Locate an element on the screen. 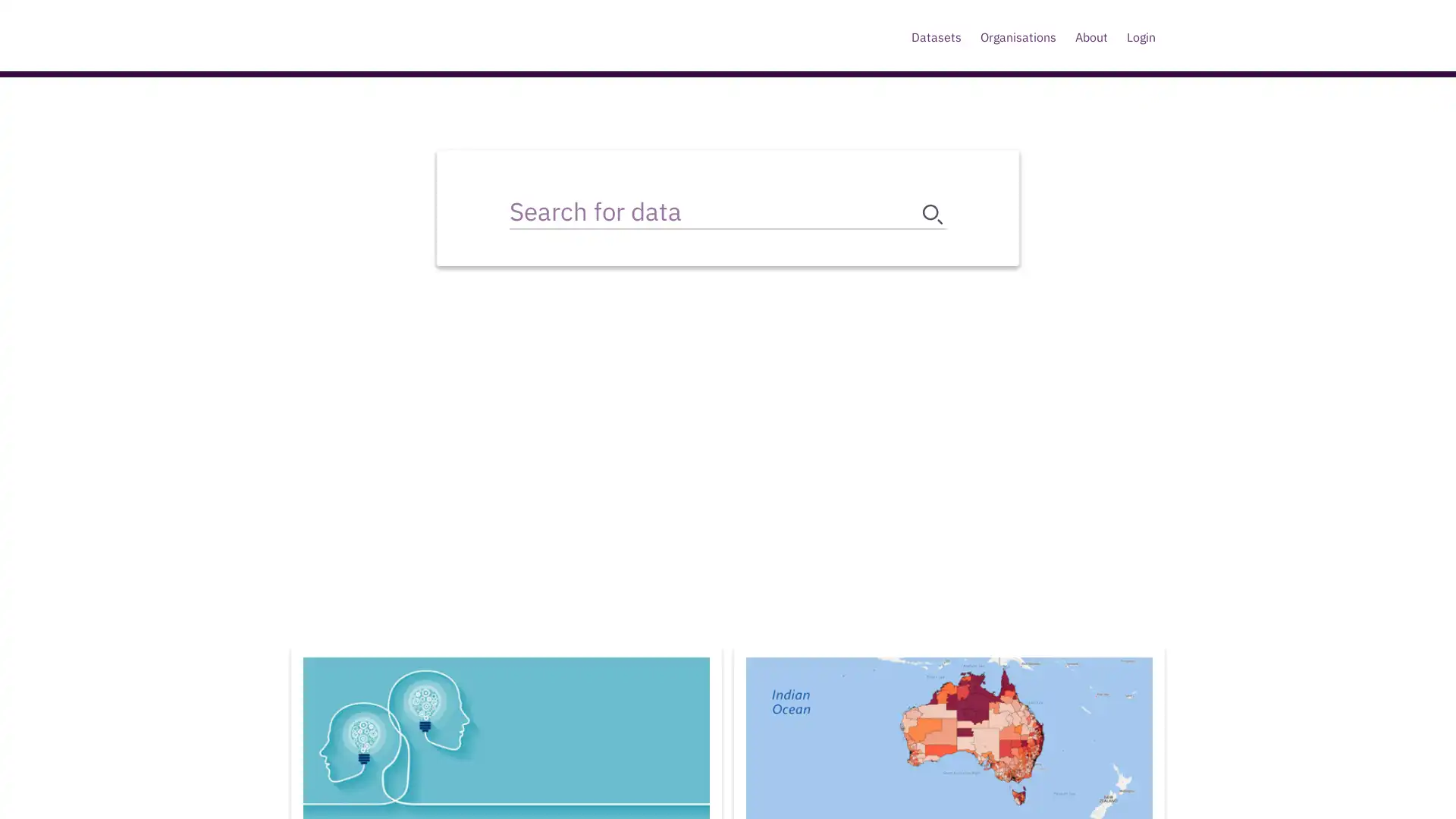 This screenshot has width=1456, height=819. search button submit search is located at coordinates (931, 214).